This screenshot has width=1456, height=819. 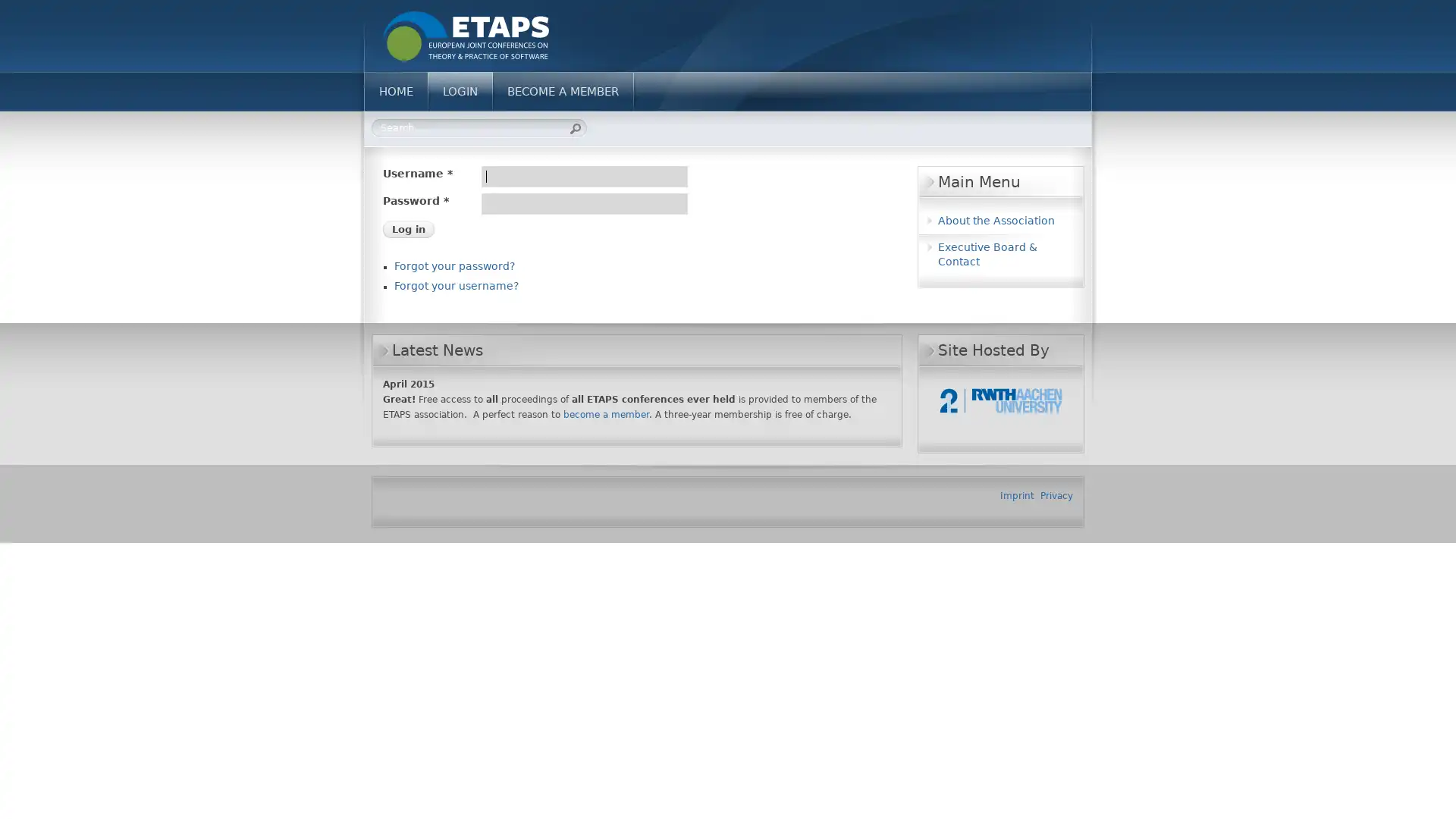 I want to click on Log in, so click(x=408, y=230).